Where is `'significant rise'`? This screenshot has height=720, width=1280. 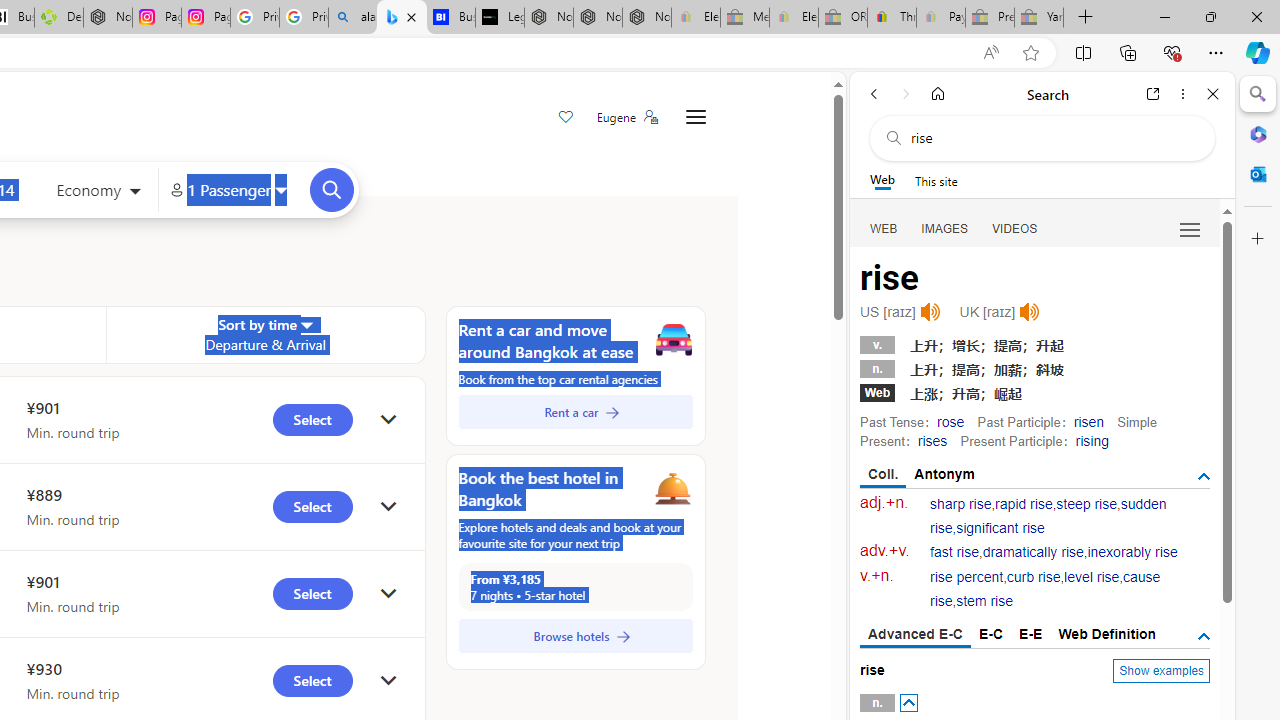
'significant rise' is located at coordinates (1000, 527).